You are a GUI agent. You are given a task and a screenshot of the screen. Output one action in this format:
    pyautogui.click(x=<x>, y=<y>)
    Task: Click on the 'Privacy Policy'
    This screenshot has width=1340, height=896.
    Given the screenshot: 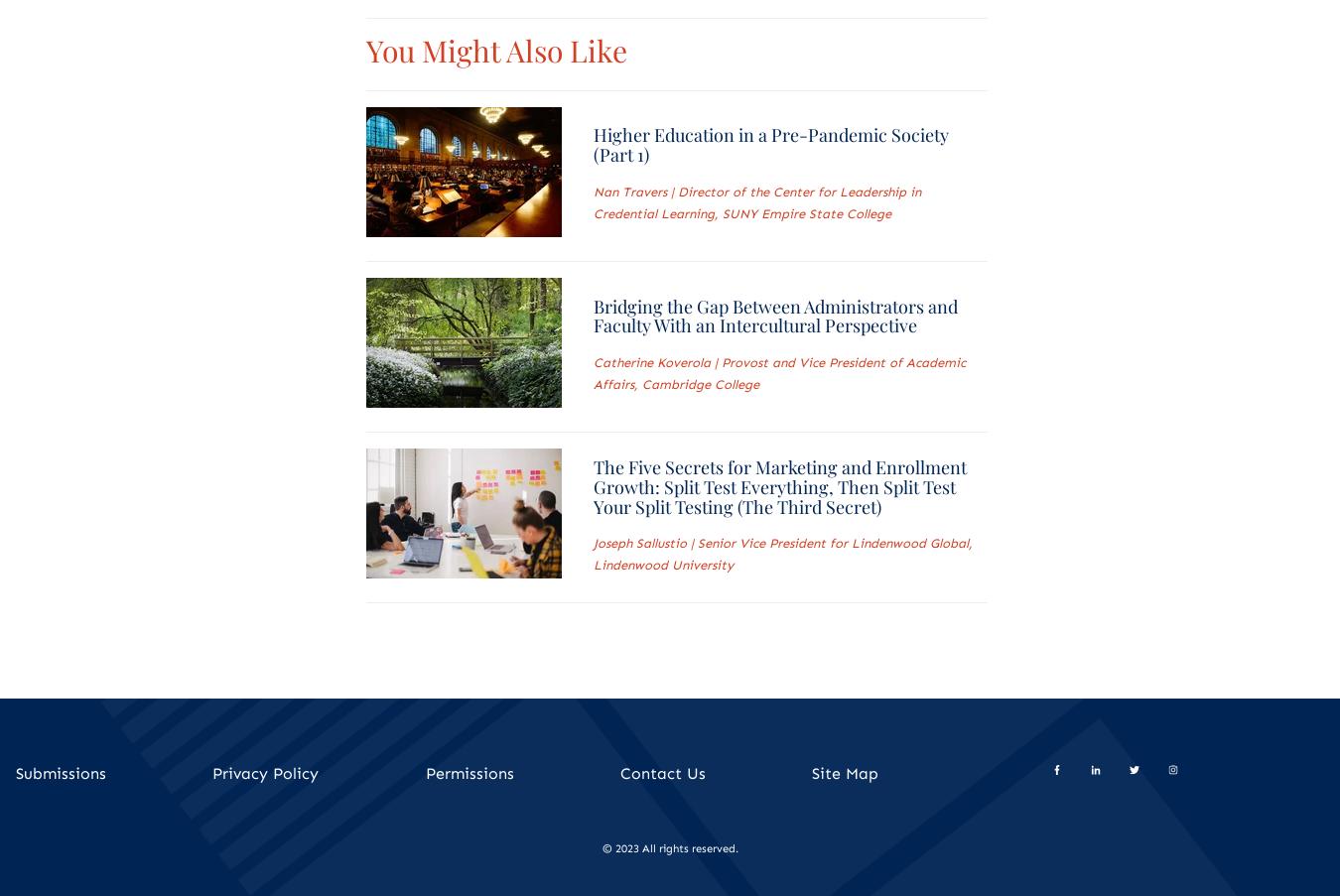 What is the action you would take?
    pyautogui.click(x=264, y=772)
    